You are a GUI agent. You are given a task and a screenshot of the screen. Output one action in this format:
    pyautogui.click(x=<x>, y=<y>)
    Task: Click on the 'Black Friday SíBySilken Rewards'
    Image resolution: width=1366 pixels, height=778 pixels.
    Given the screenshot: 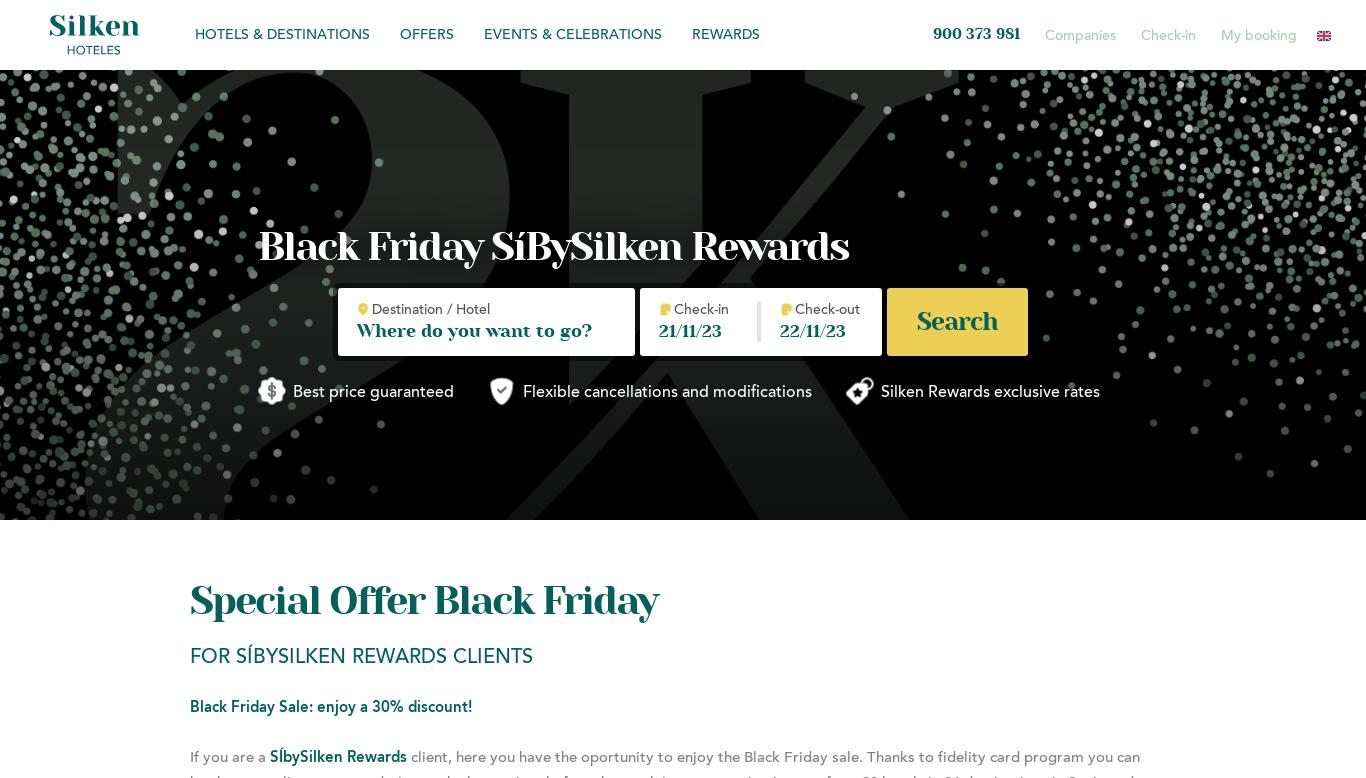 What is the action you would take?
    pyautogui.click(x=553, y=247)
    